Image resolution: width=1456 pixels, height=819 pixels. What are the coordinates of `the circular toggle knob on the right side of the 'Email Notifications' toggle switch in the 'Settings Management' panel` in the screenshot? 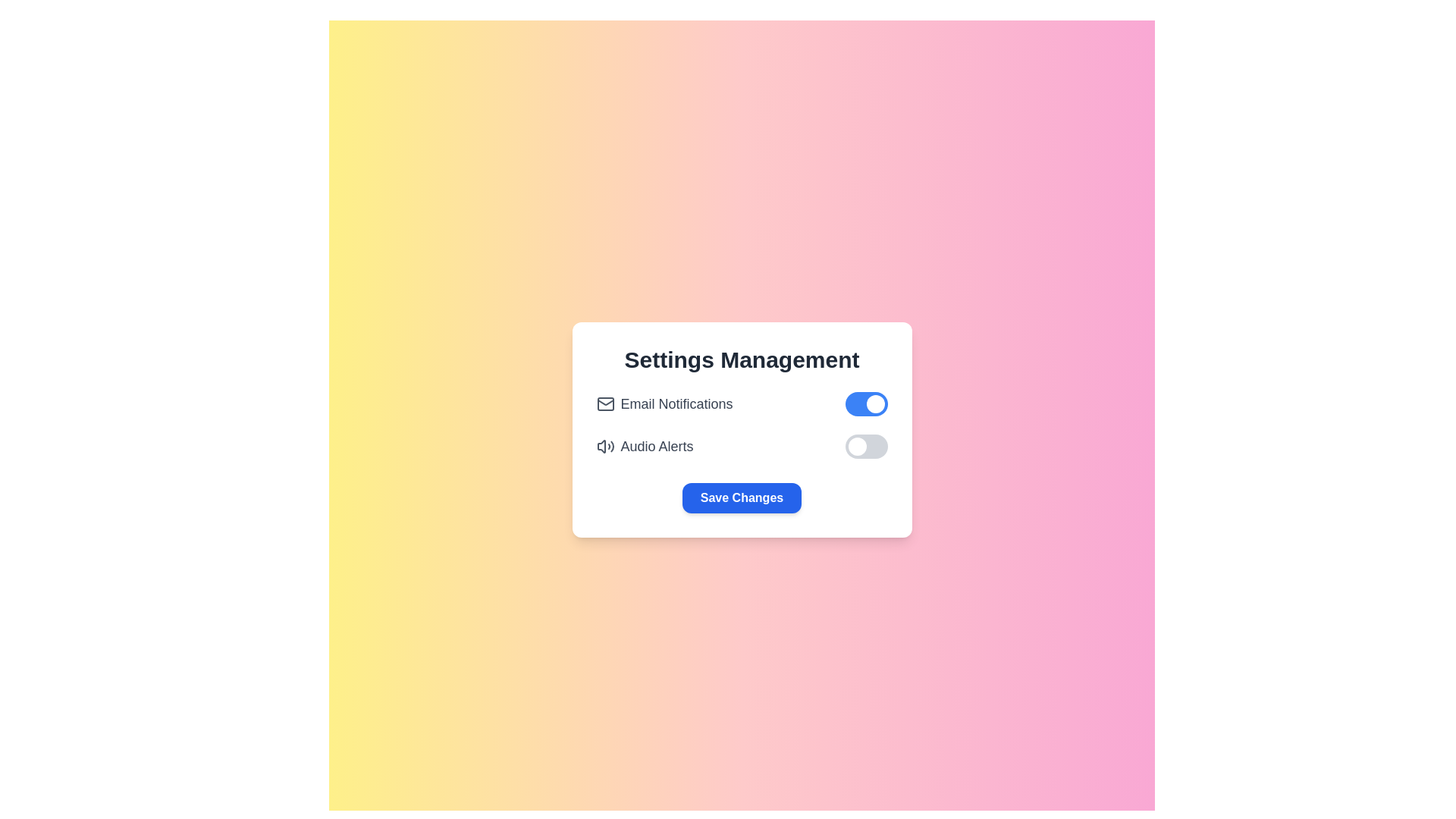 It's located at (875, 403).